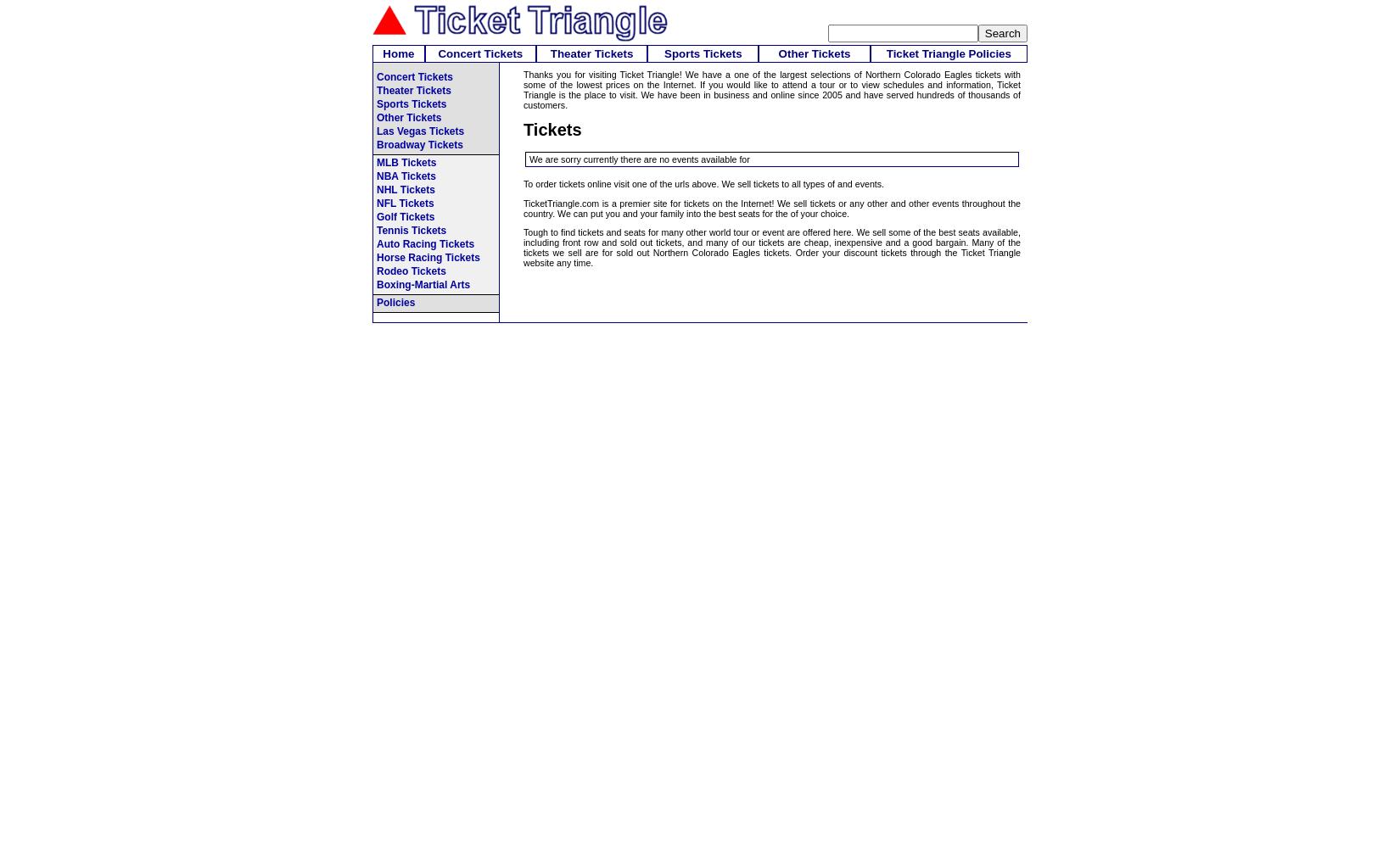 The image size is (1400, 848). Describe the element at coordinates (405, 162) in the screenshot. I see `'MLB Tickets'` at that location.